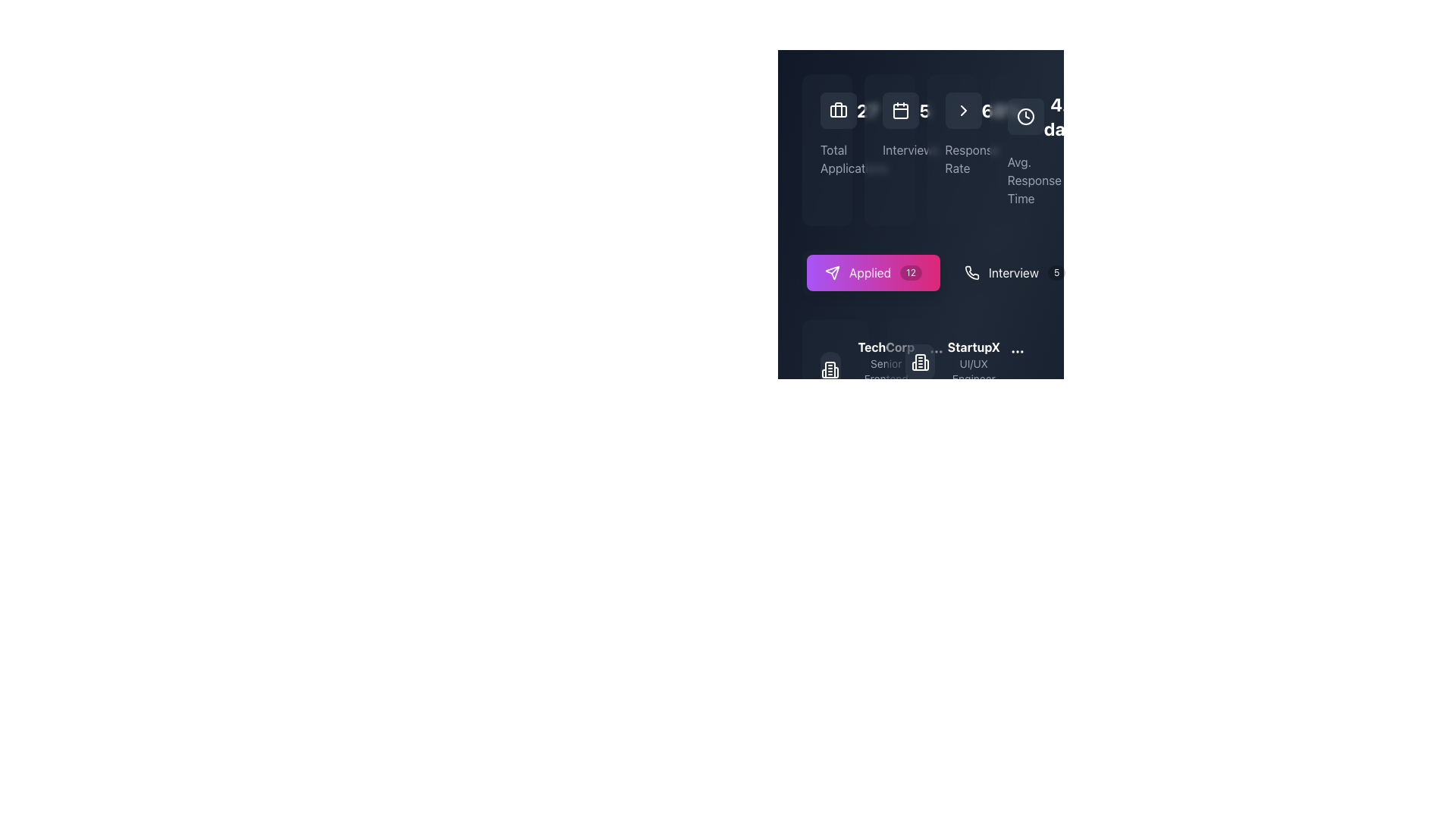 This screenshot has height=819, width=1456. What do you see at coordinates (1014, 180) in the screenshot?
I see `static text label displaying 'Avg. Response Time' in light gray font, located below the statistic '4.2 days' in a dark-themed interface` at bounding box center [1014, 180].